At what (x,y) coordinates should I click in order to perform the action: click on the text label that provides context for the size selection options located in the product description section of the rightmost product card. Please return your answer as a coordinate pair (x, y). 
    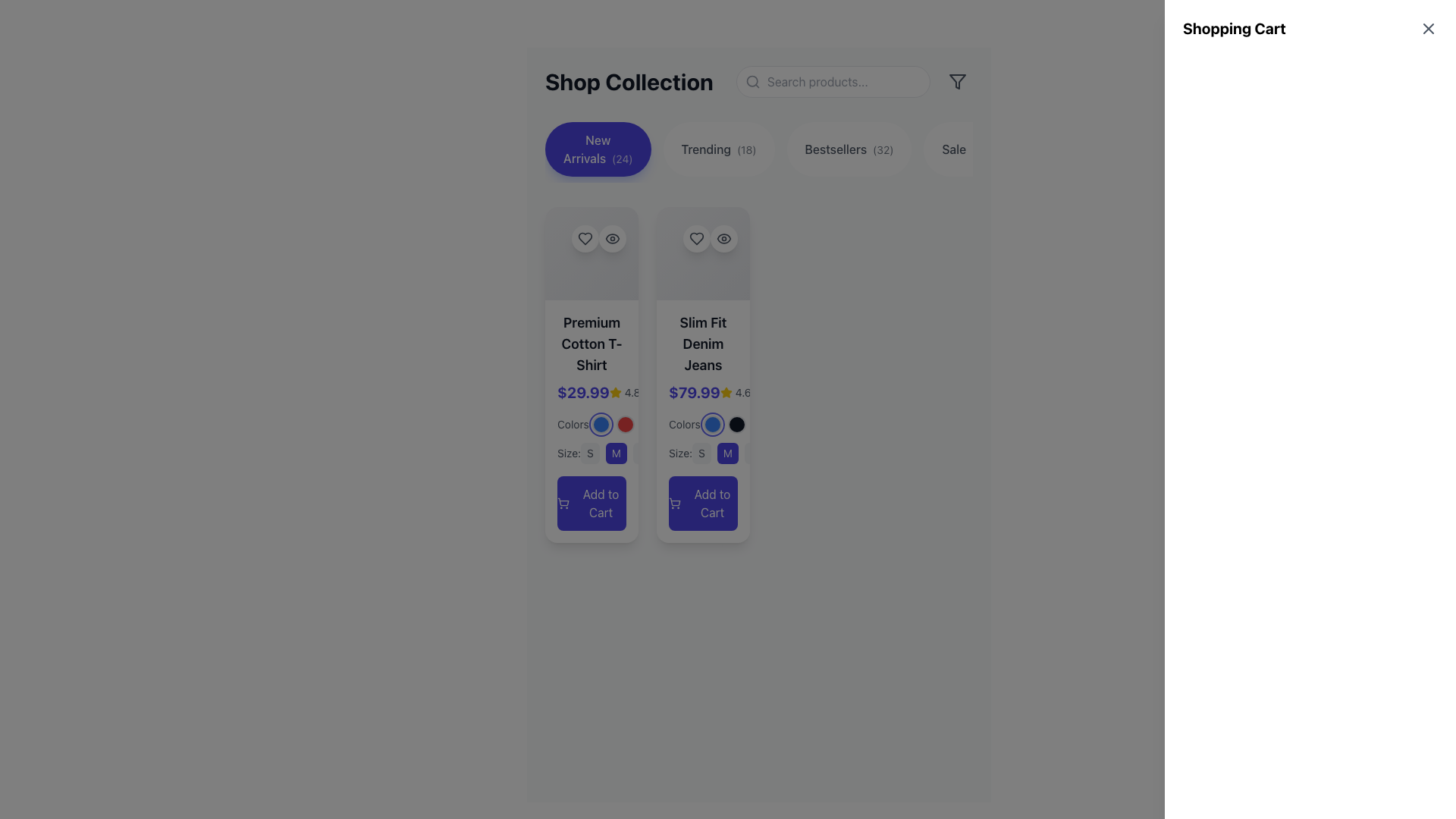
    Looking at the image, I should click on (568, 452).